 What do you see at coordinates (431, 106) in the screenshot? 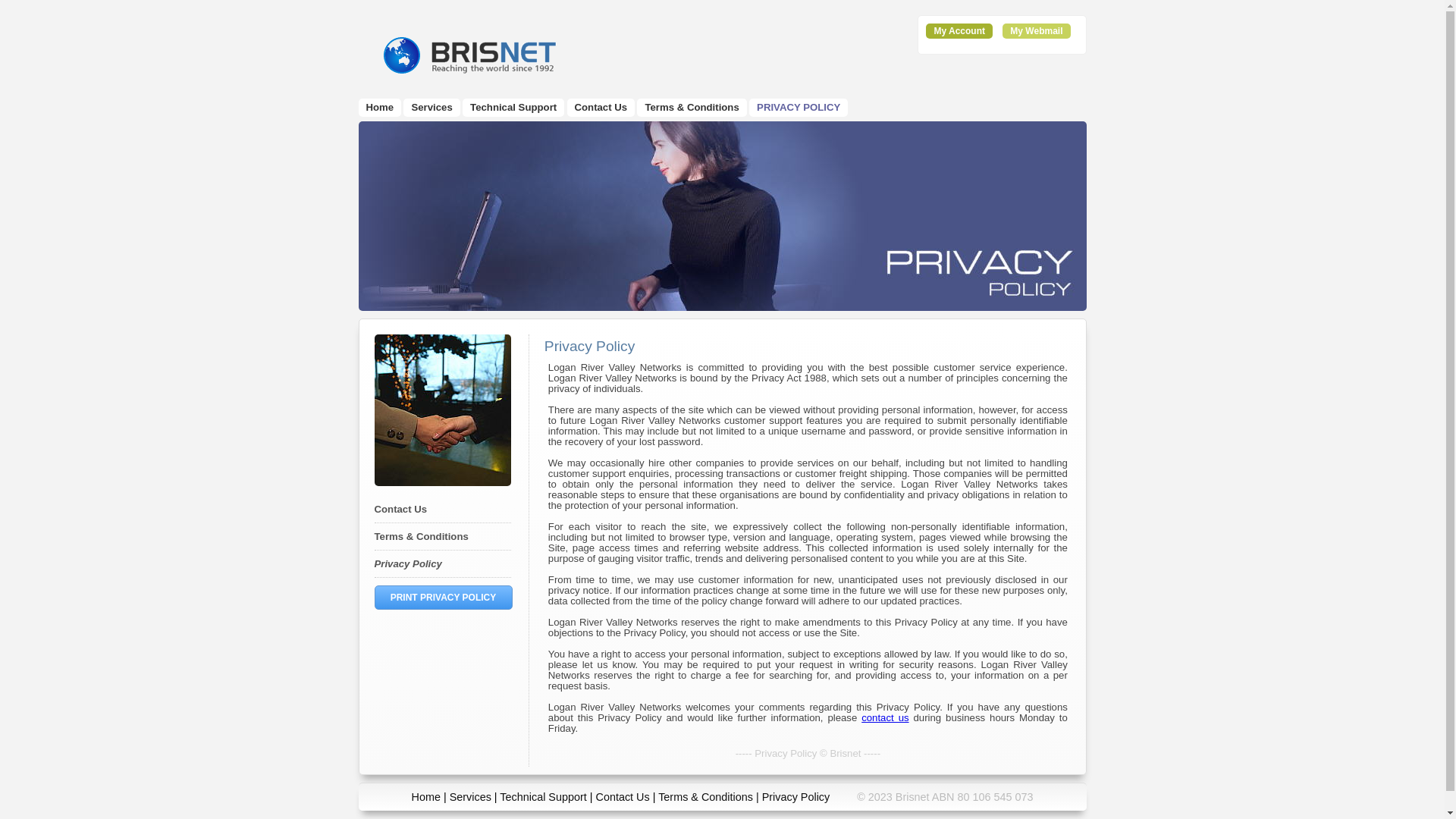
I see `'Services'` at bounding box center [431, 106].